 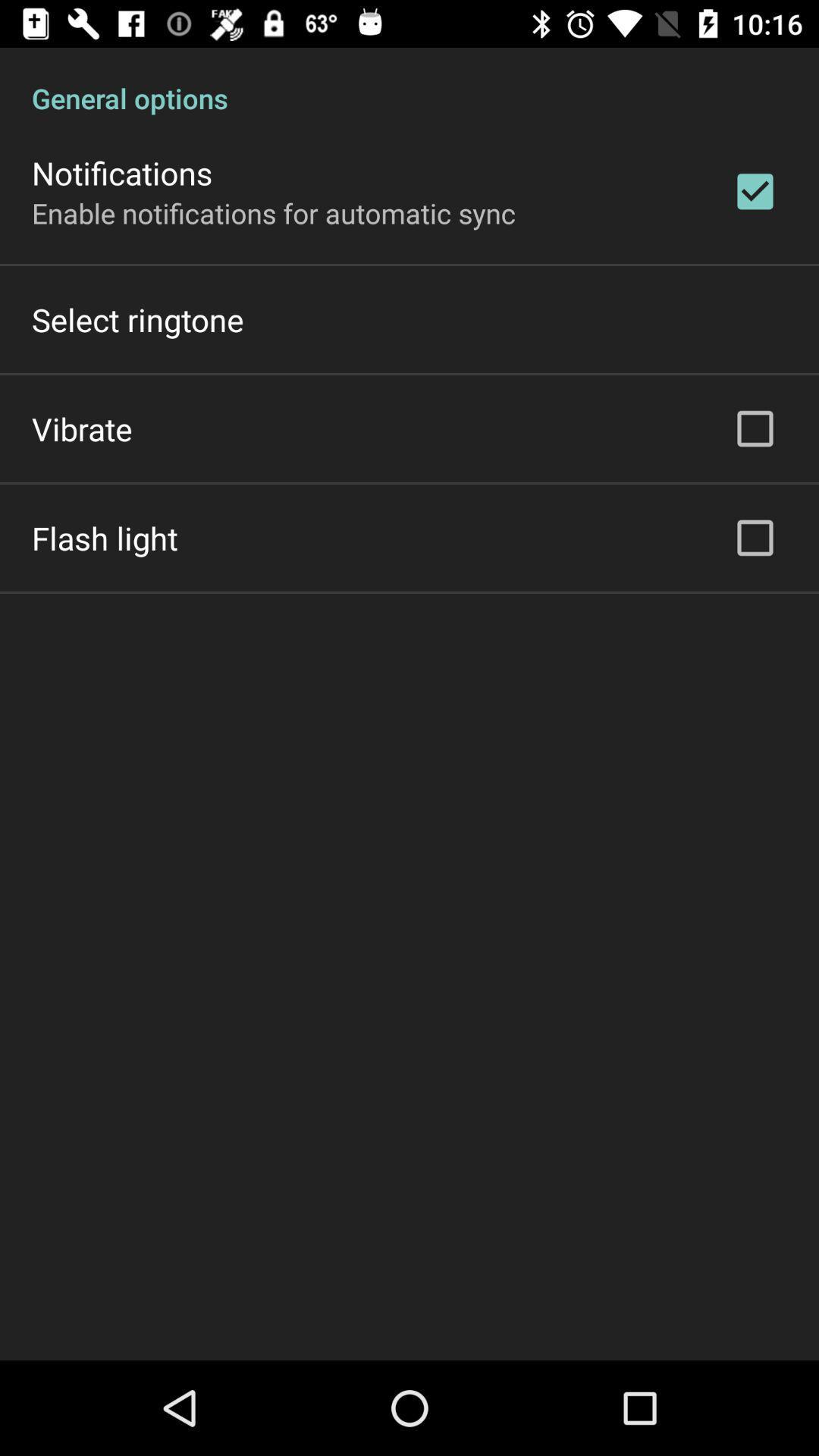 What do you see at coordinates (104, 538) in the screenshot?
I see `flash light item` at bounding box center [104, 538].